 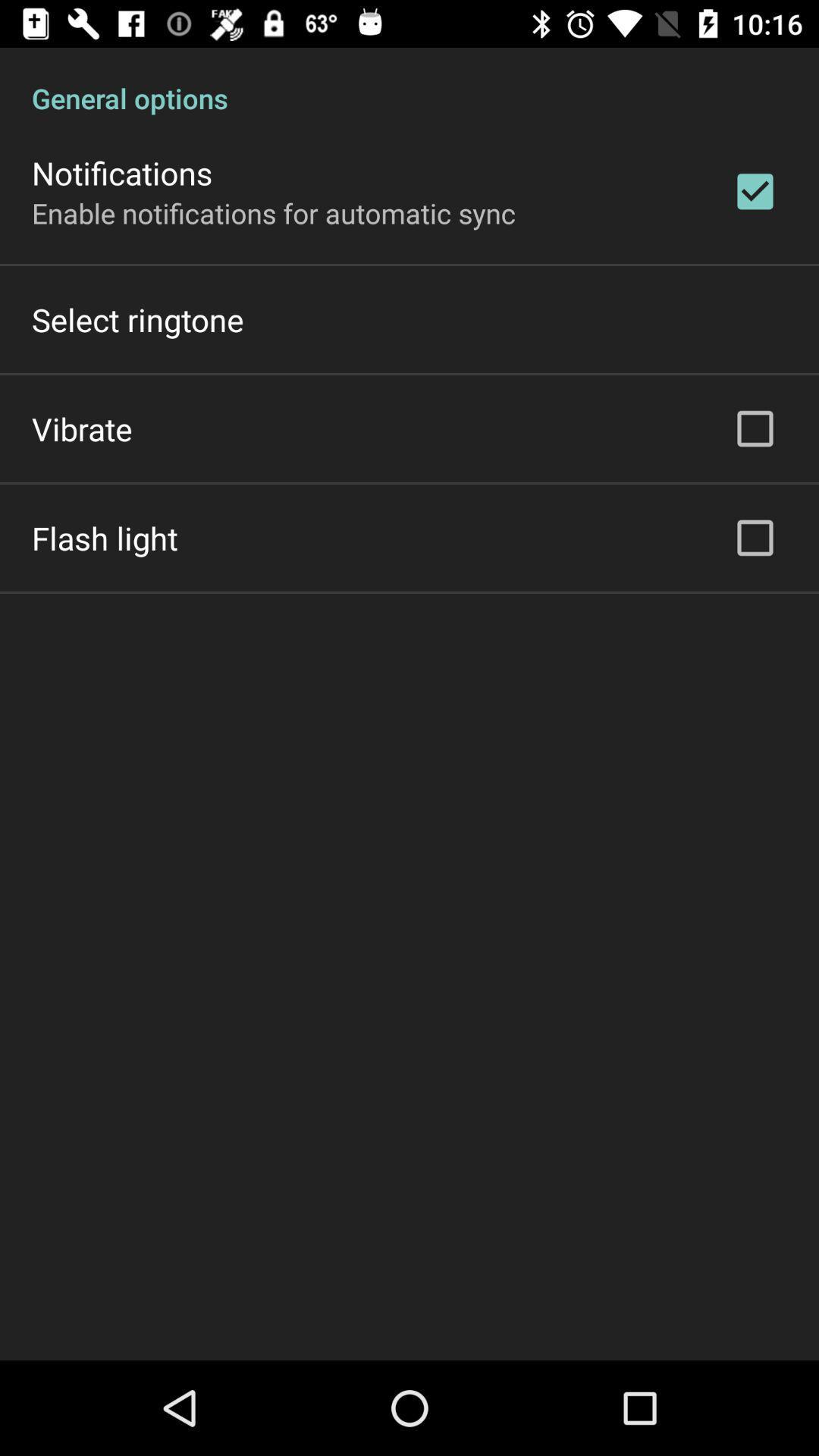 What do you see at coordinates (104, 538) in the screenshot?
I see `flash light item` at bounding box center [104, 538].